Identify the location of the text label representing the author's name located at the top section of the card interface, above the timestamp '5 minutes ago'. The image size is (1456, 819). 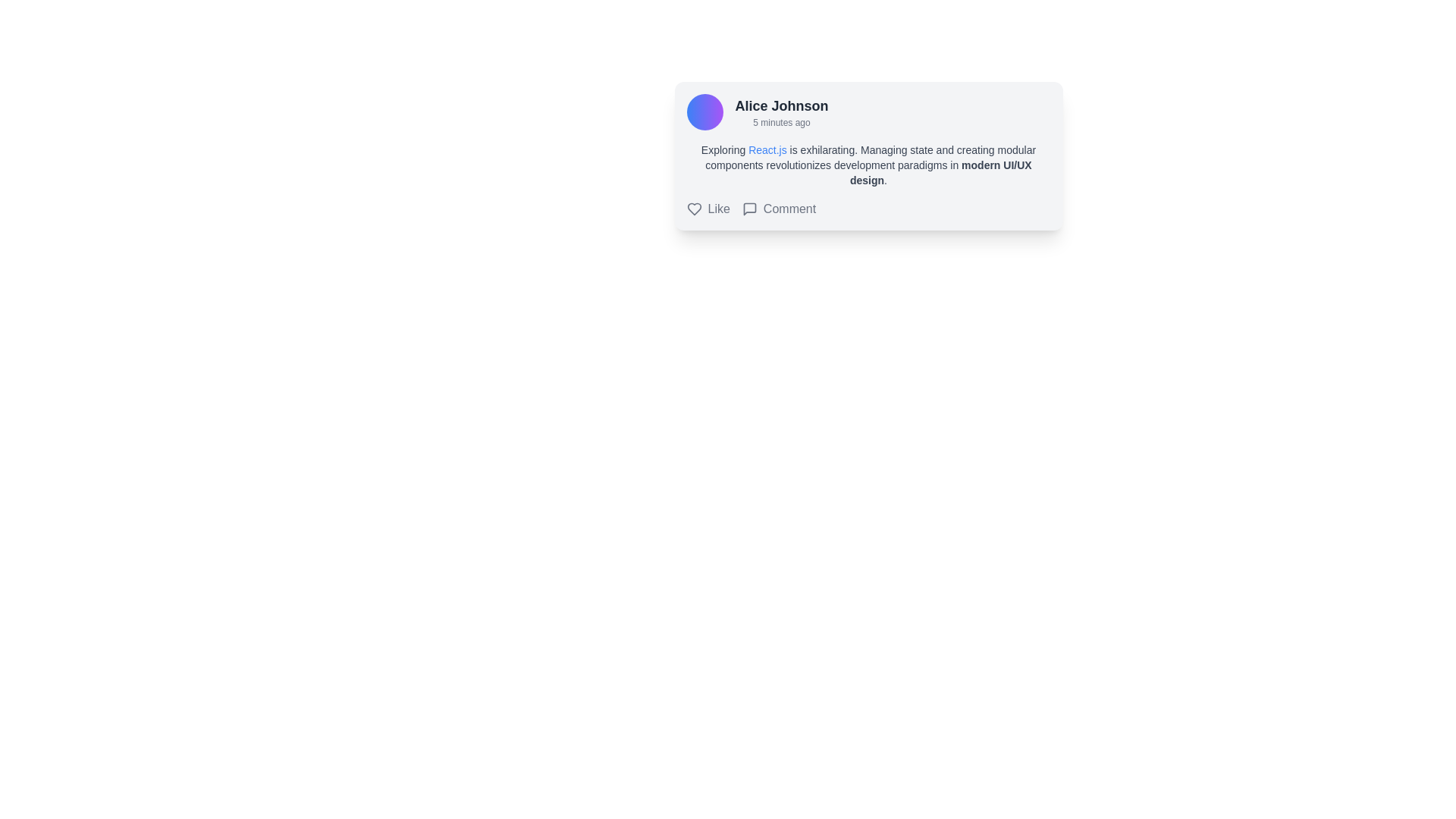
(782, 105).